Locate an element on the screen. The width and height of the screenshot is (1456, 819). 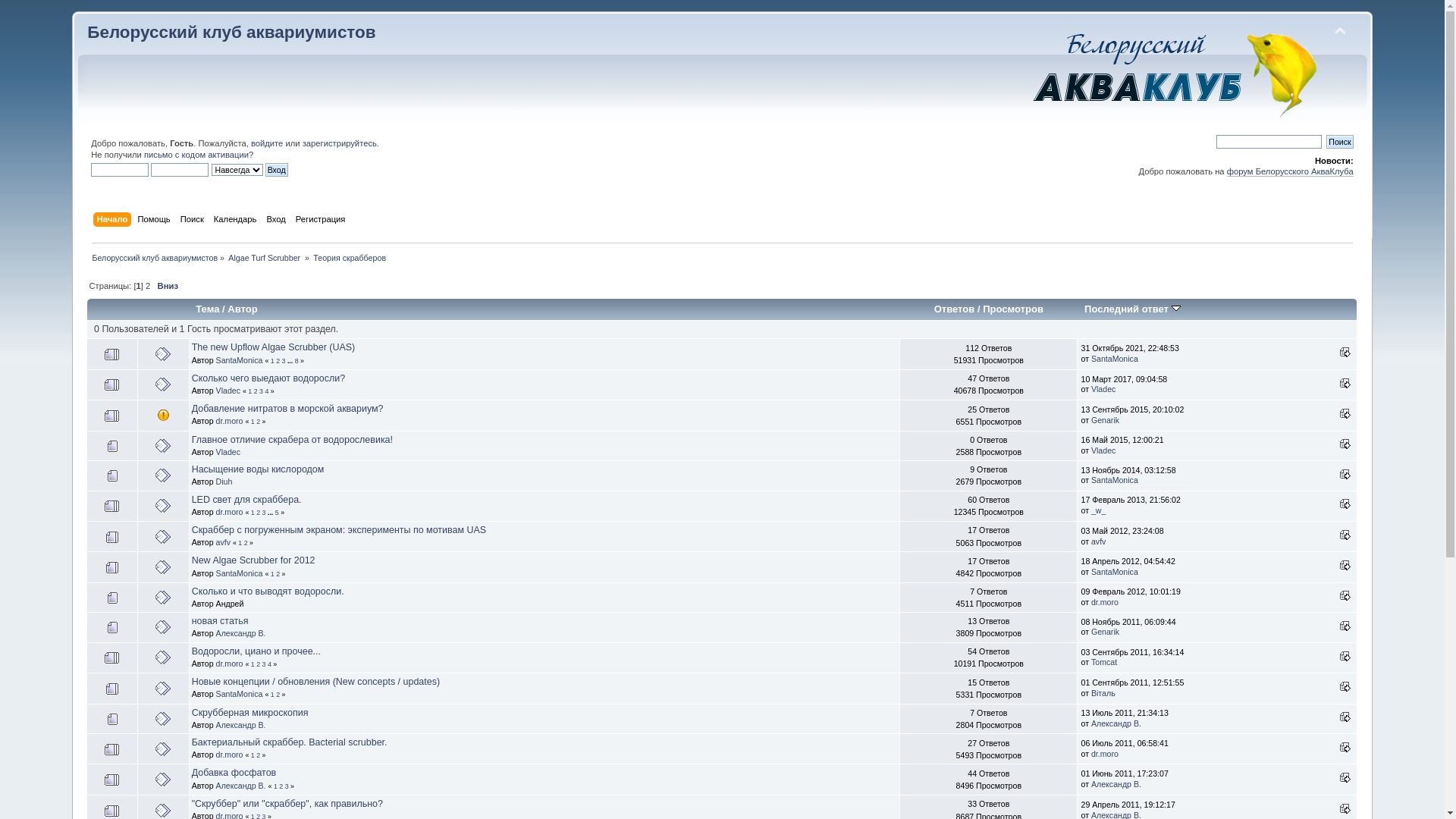
'New Algae Scrubber for 2012' is located at coordinates (253, 560).